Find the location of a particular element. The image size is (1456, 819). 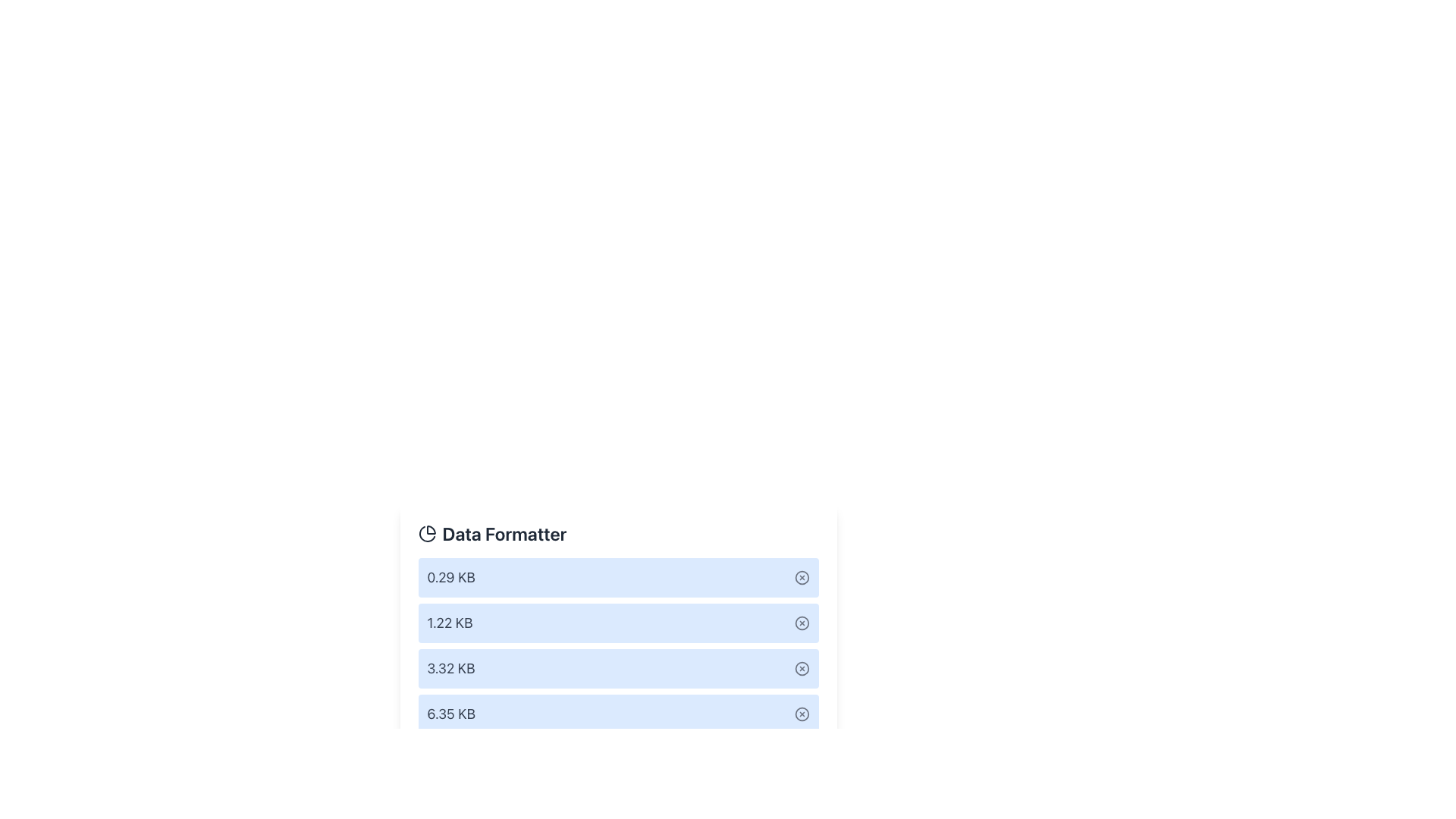

the circular close icon element with a dark gray outline located in the bottom-right corner of the interface is located at coordinates (801, 714).